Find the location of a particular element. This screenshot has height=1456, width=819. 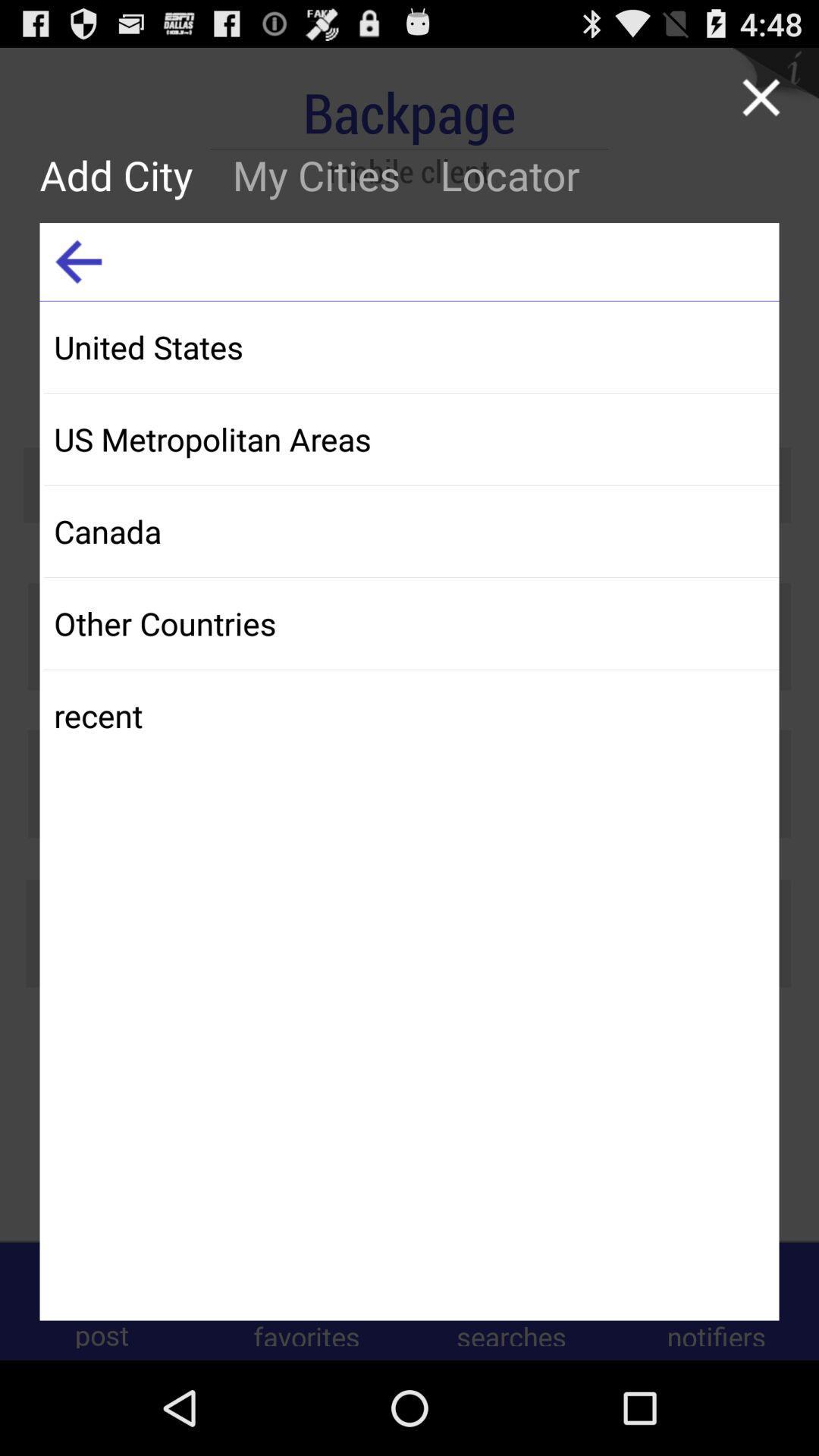

recent item is located at coordinates (411, 714).